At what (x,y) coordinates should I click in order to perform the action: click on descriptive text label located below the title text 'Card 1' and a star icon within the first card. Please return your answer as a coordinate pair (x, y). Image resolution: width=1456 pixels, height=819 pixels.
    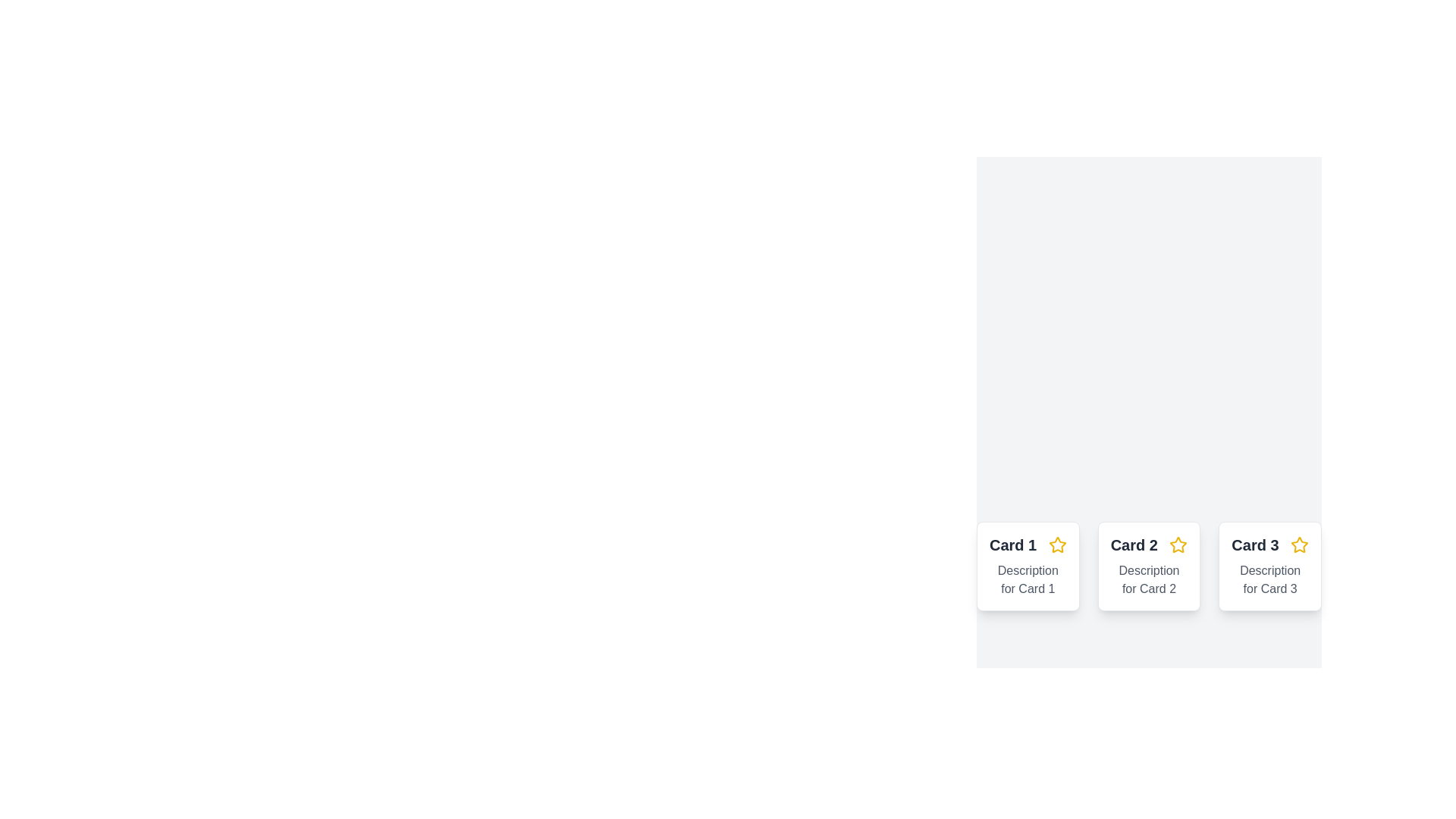
    Looking at the image, I should click on (1028, 579).